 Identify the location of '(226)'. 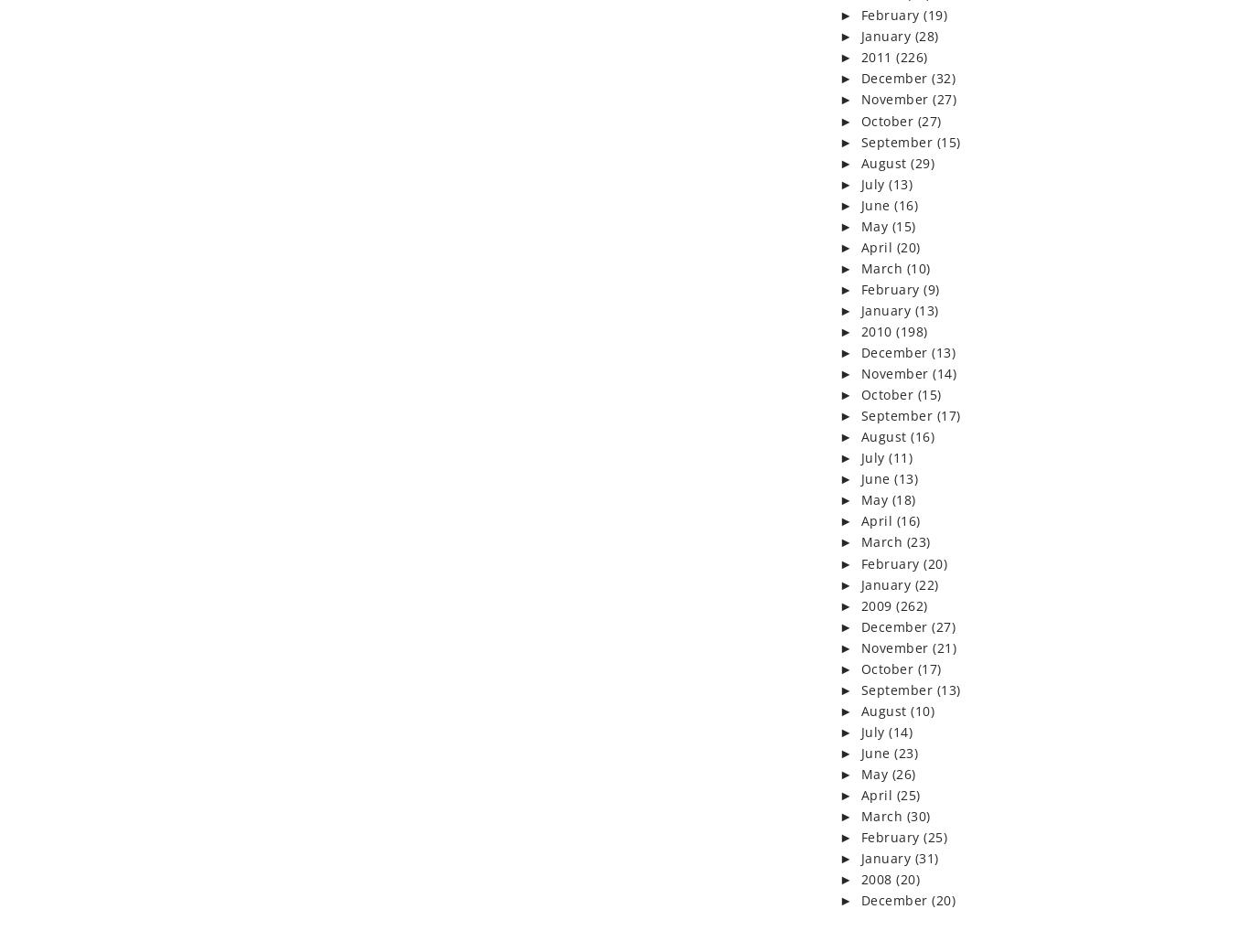
(912, 56).